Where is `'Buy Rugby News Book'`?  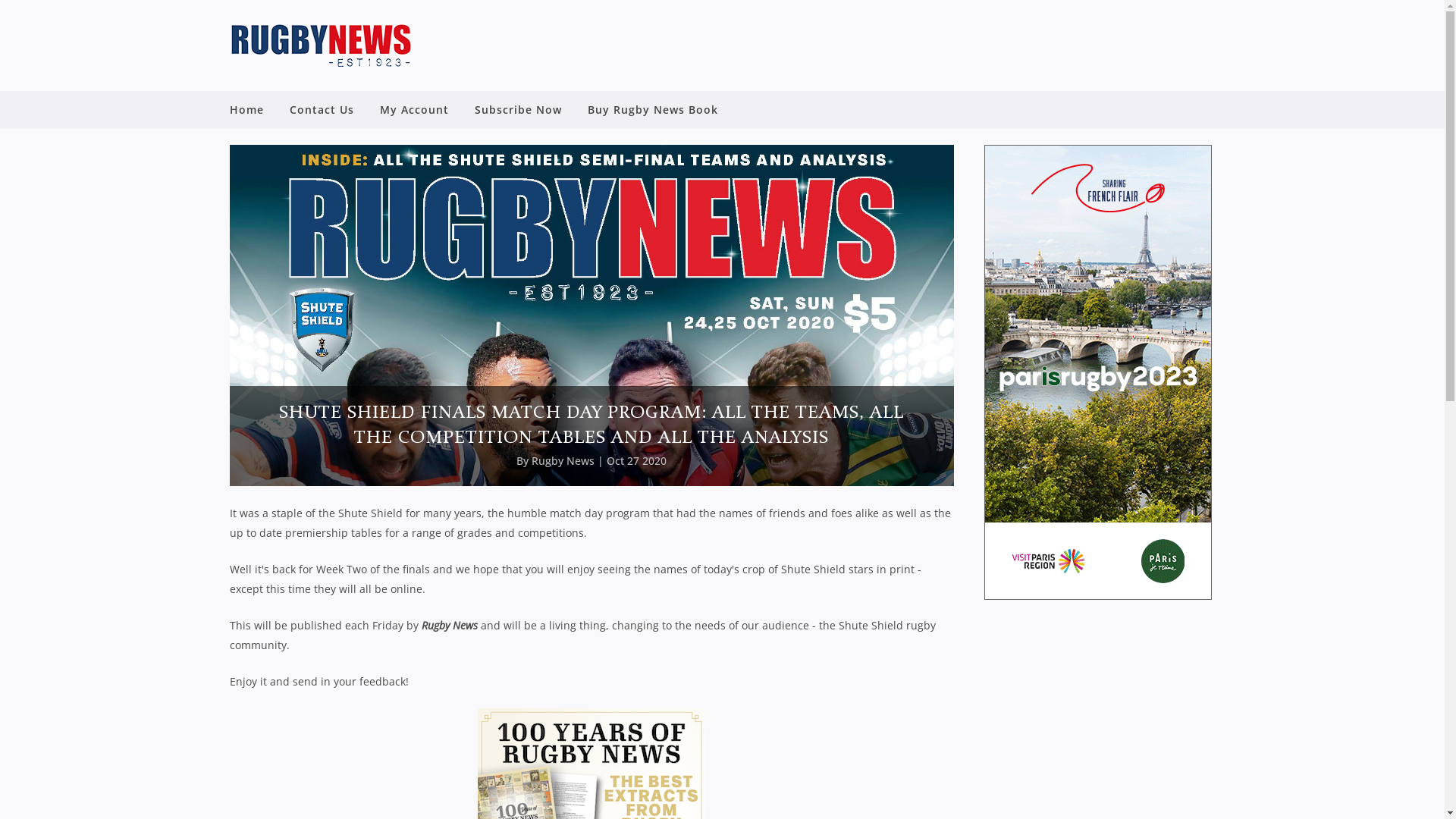 'Buy Rugby News Book' is located at coordinates (652, 109).